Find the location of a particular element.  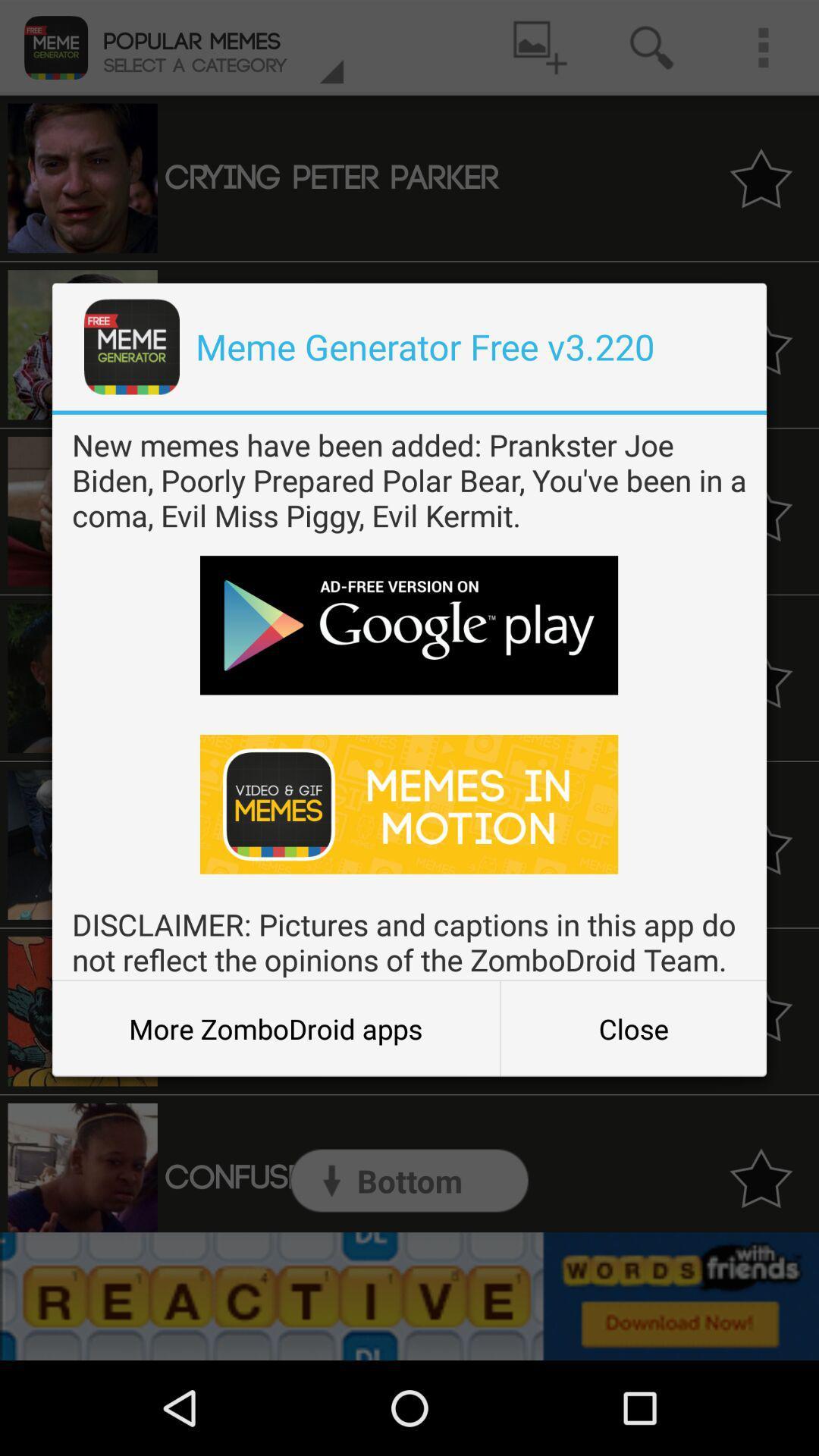

download app is located at coordinates (408, 803).